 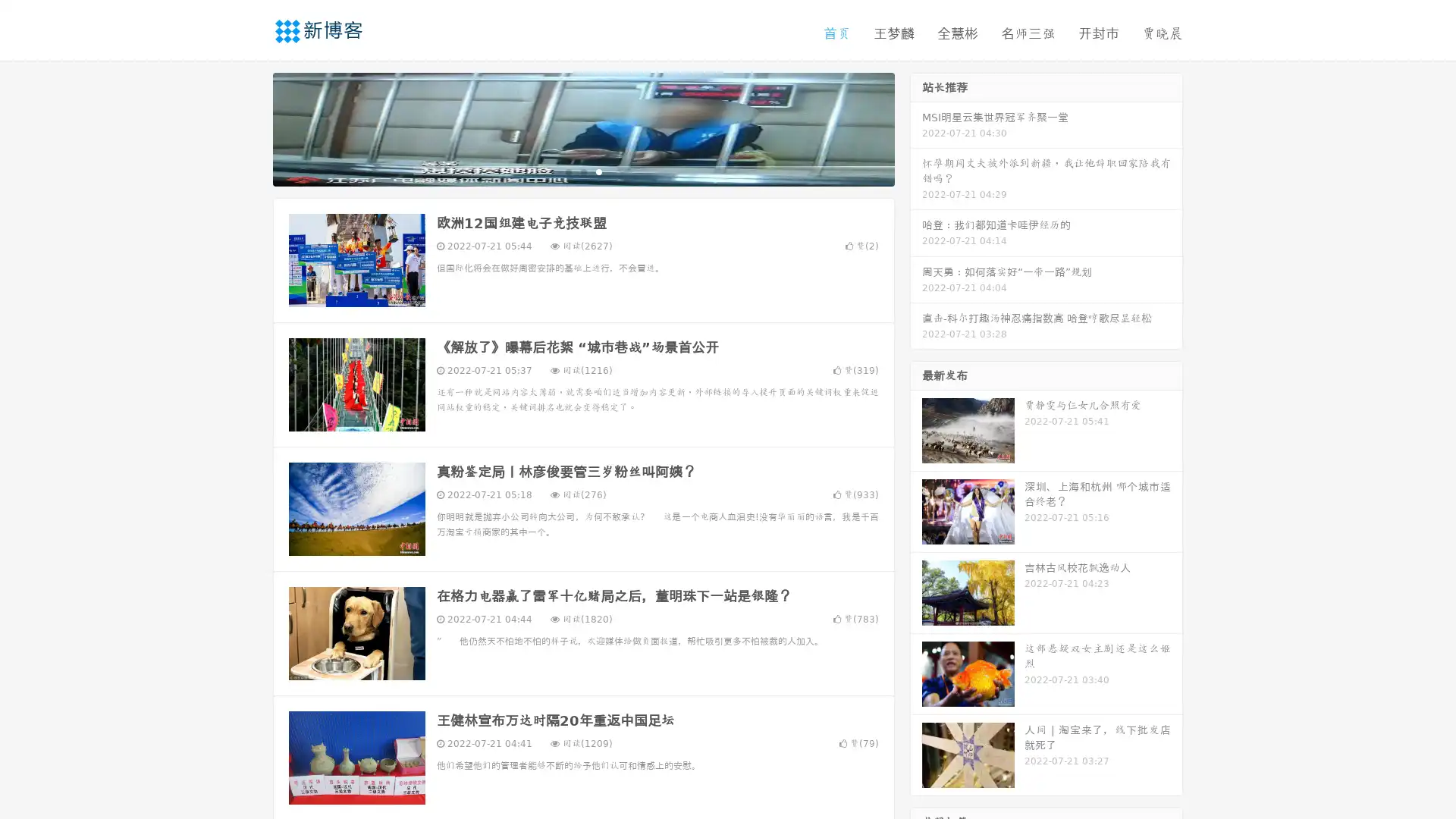 What do you see at coordinates (916, 127) in the screenshot?
I see `Next slide` at bounding box center [916, 127].